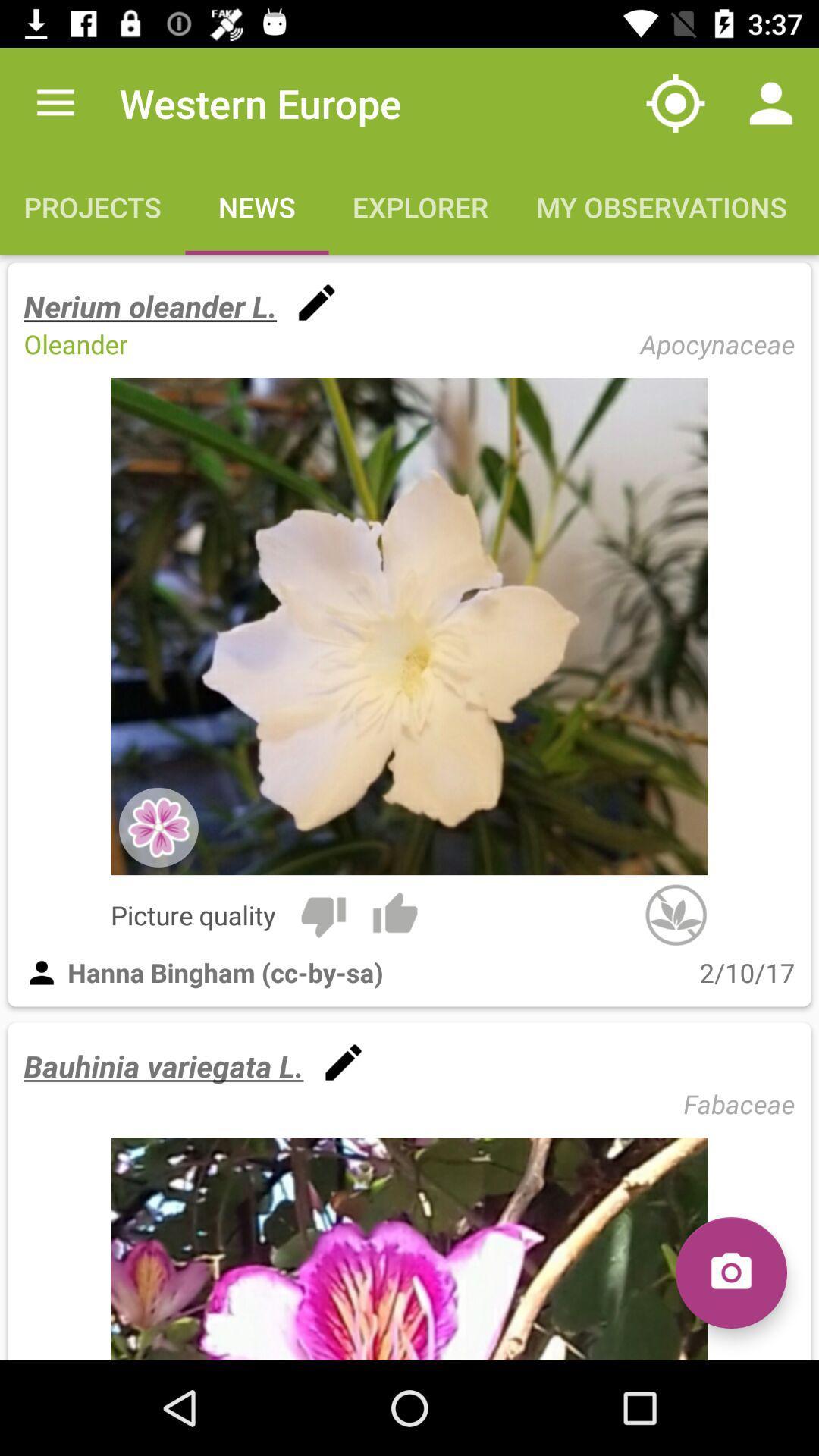 The image size is (819, 1456). Describe the element at coordinates (730, 1272) in the screenshot. I see `the photo icon` at that location.